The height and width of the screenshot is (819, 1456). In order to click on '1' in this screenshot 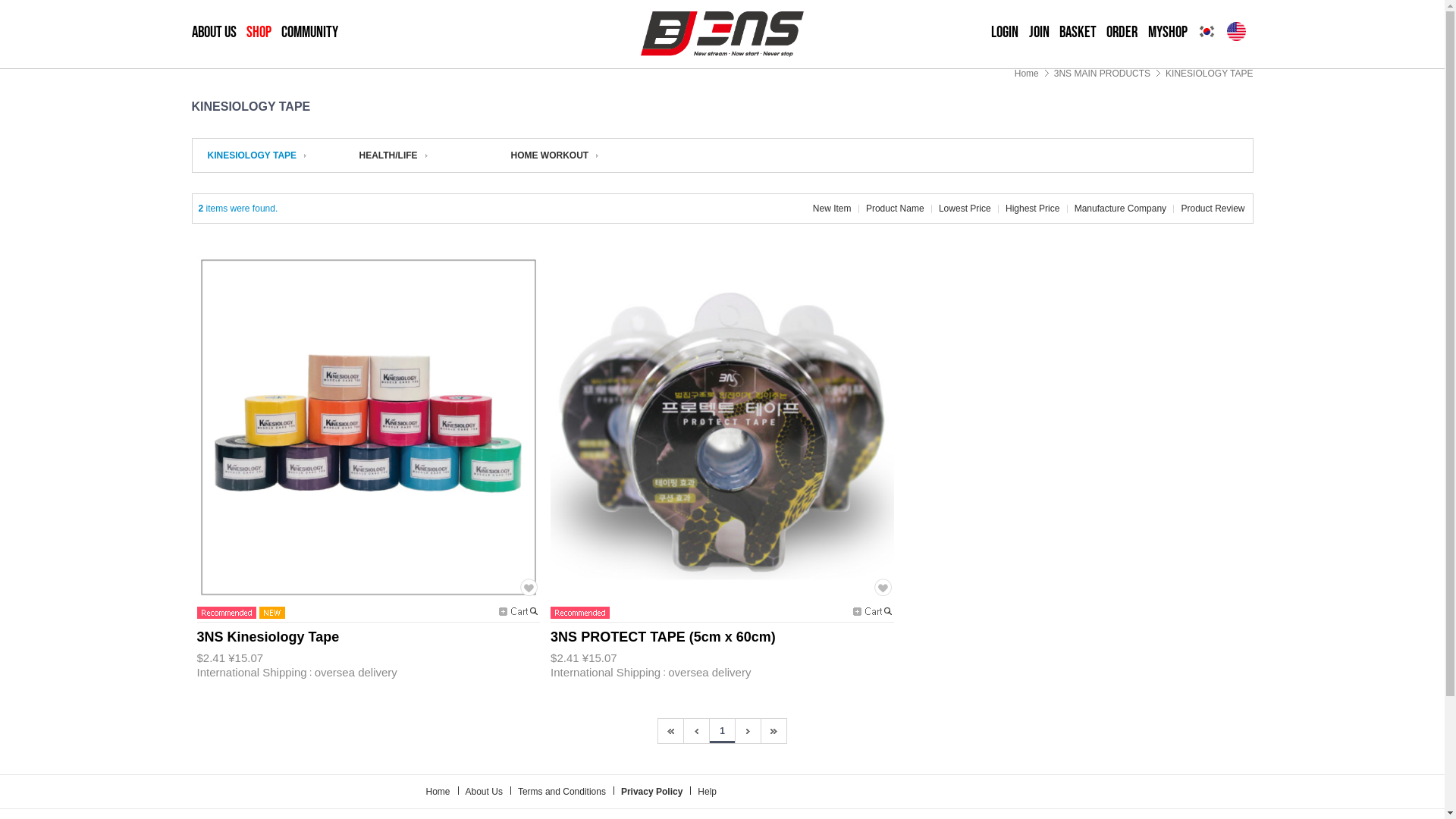, I will do `click(721, 730)`.